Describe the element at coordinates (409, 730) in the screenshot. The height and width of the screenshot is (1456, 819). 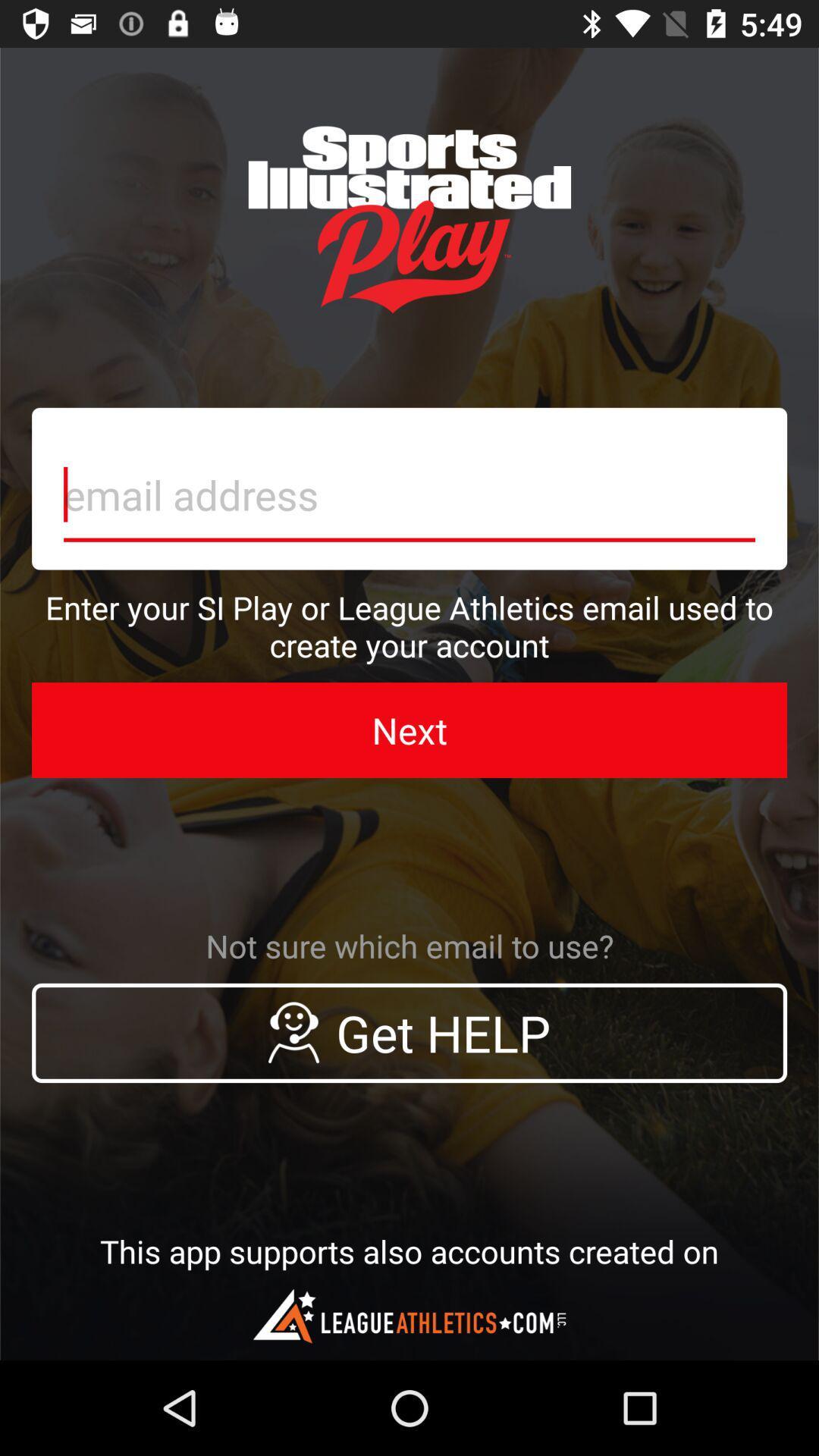
I see `next item` at that location.